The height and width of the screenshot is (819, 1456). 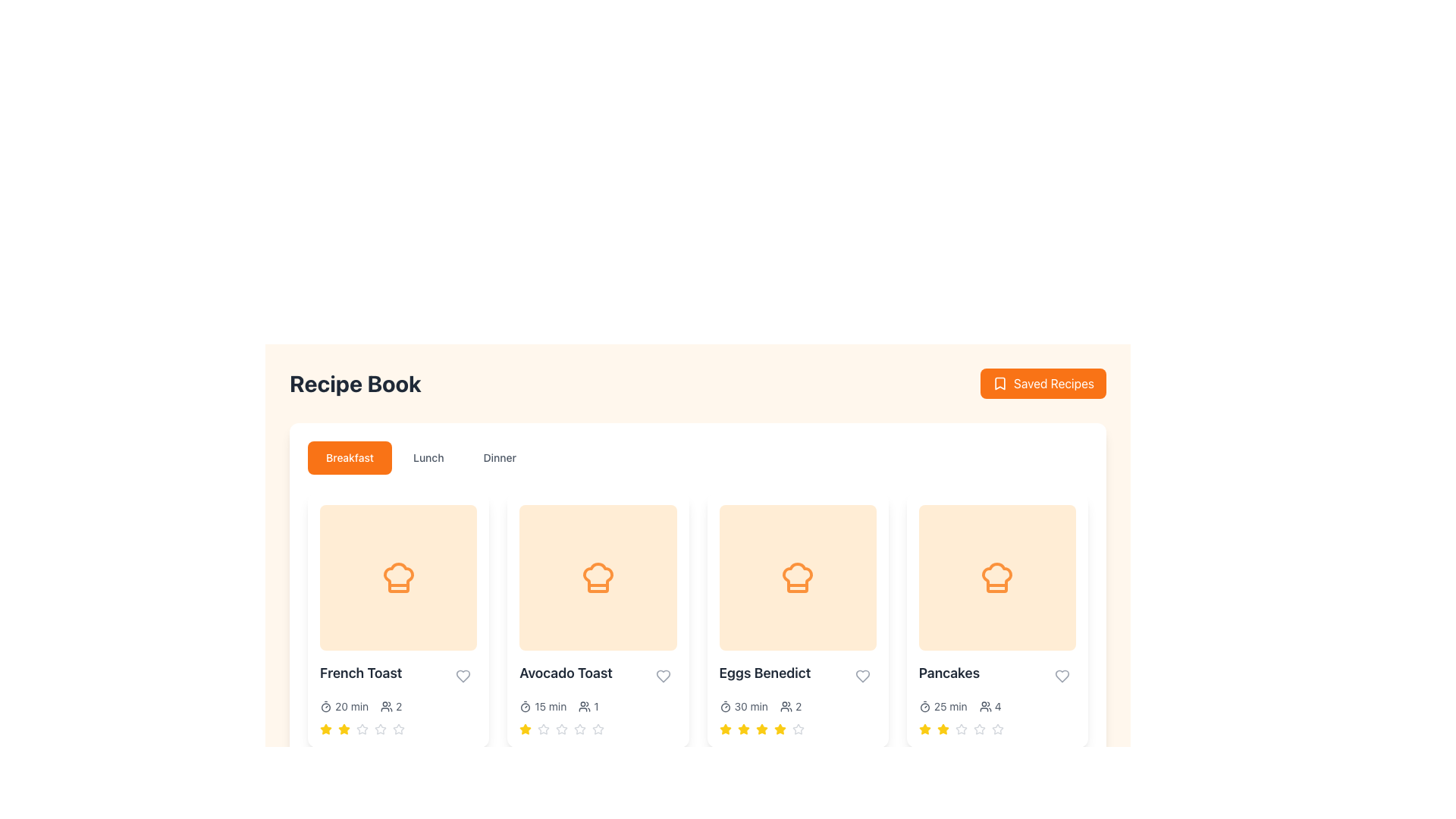 What do you see at coordinates (786, 707) in the screenshot?
I see `the user group icon, which is a graphical representation of two person silhouettes side by side, located within the 'Eggs Benedict' card beneath the preparation time indicator` at bounding box center [786, 707].